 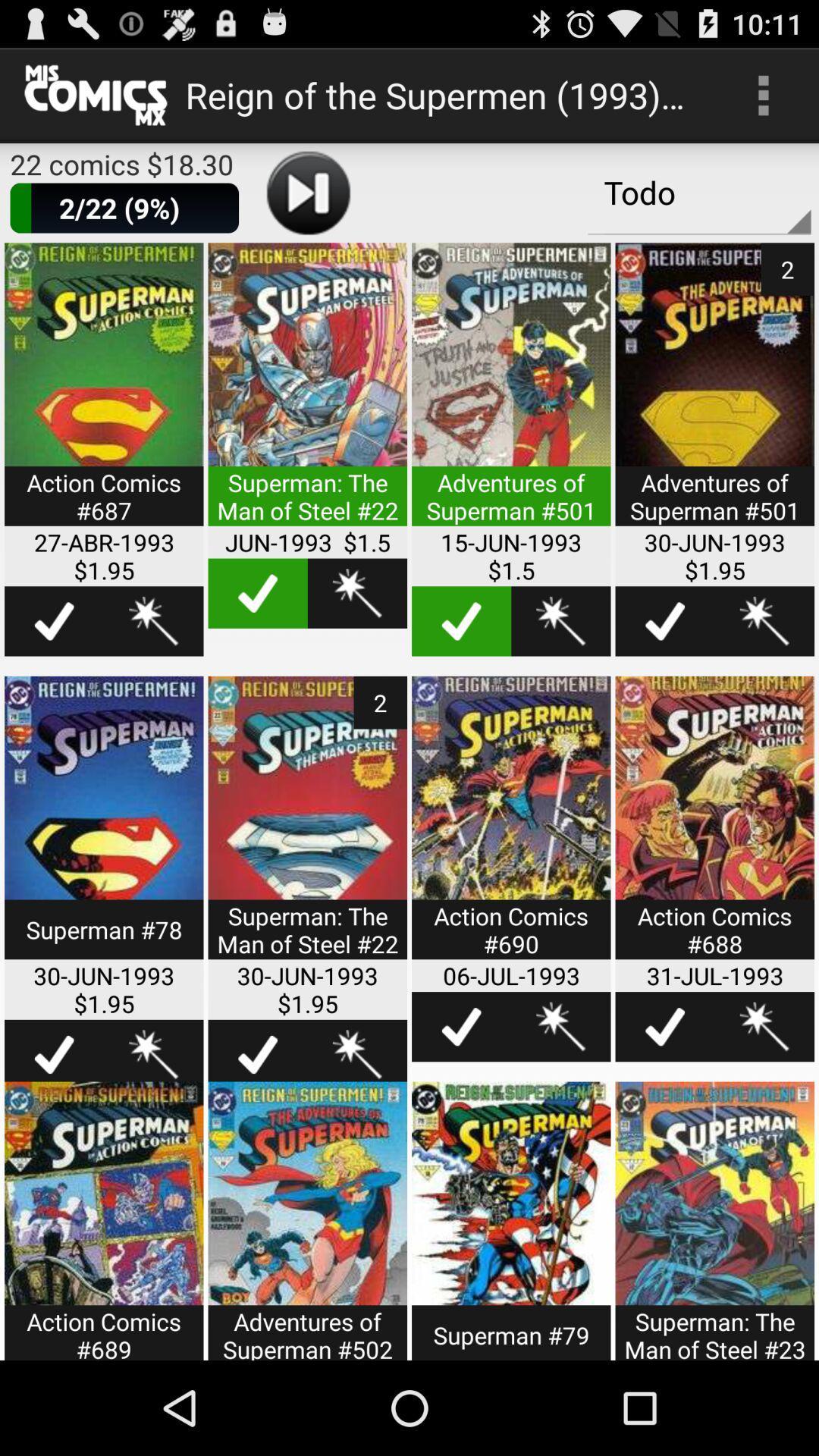 What do you see at coordinates (153, 621) in the screenshot?
I see `wishlist` at bounding box center [153, 621].